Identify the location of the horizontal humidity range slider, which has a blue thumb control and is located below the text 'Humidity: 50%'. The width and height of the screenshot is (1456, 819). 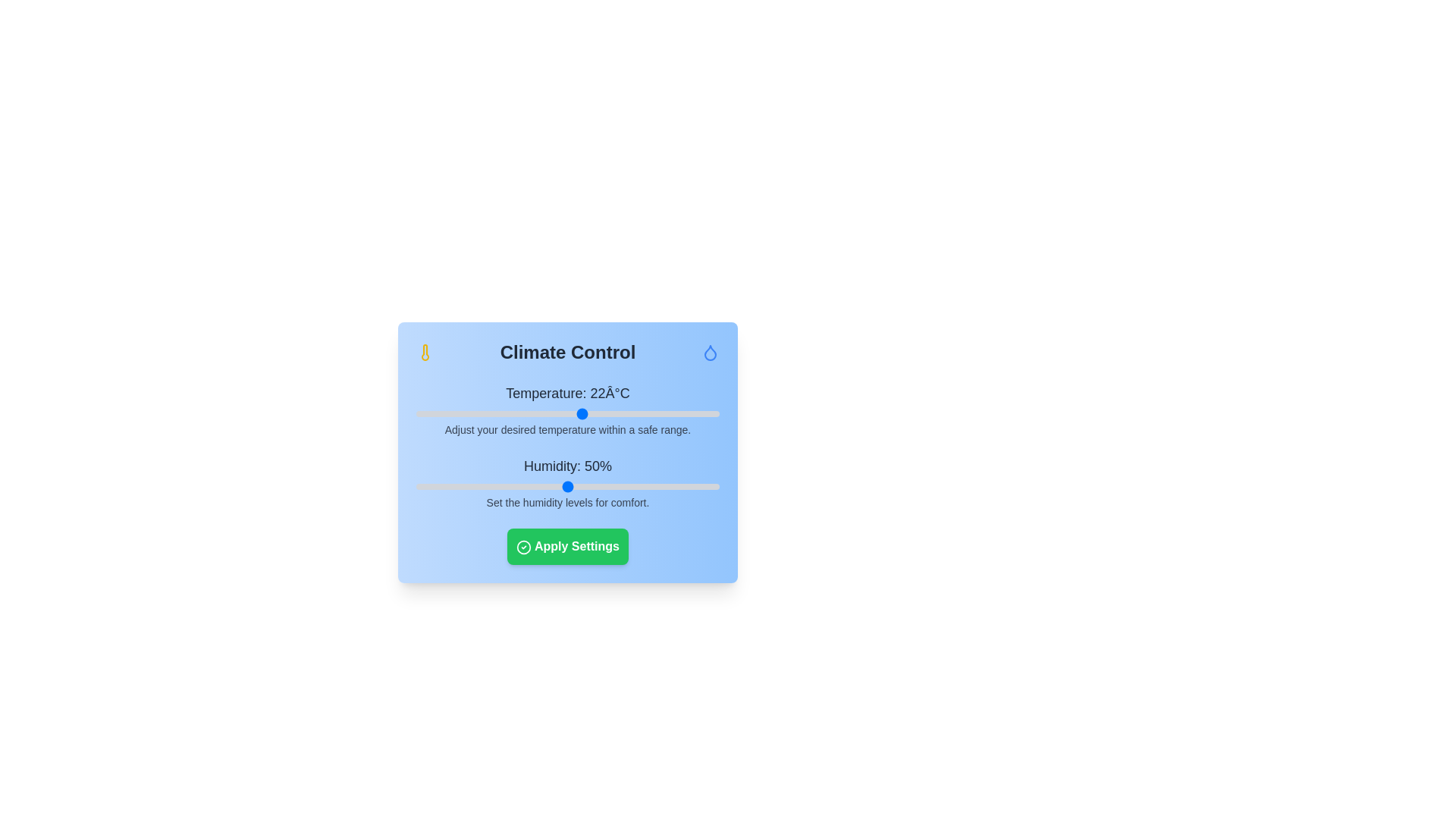
(566, 486).